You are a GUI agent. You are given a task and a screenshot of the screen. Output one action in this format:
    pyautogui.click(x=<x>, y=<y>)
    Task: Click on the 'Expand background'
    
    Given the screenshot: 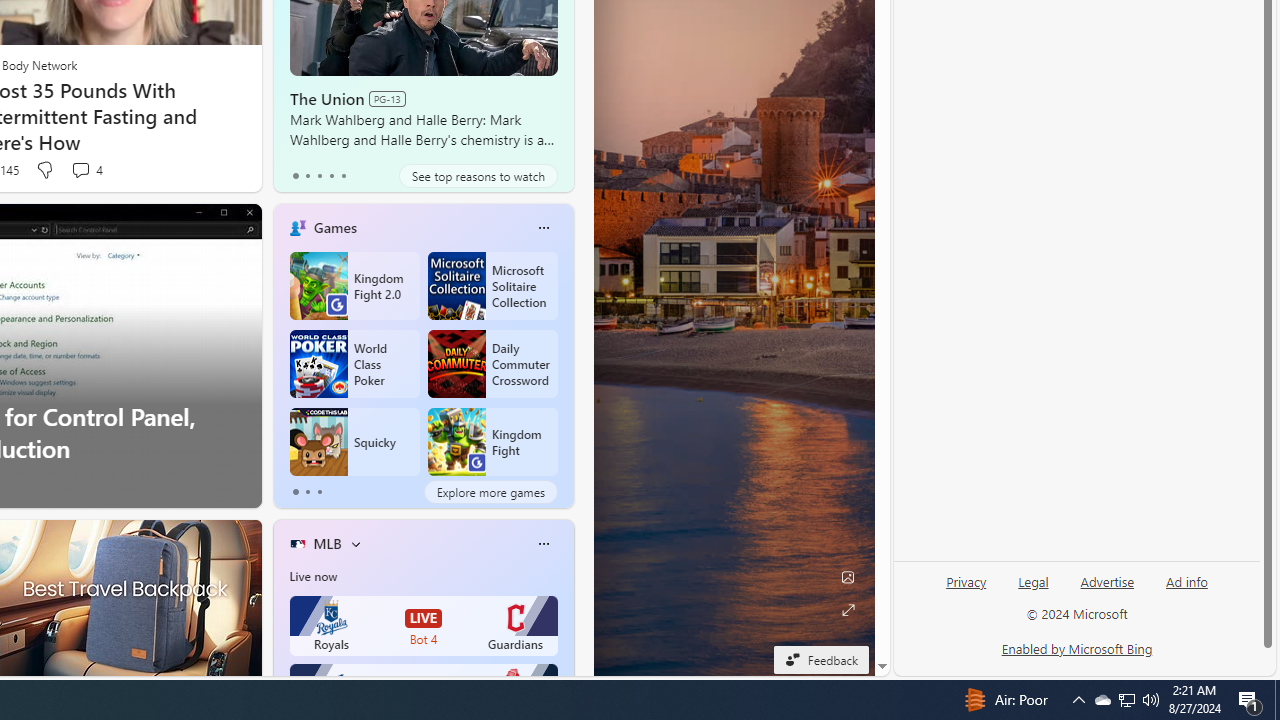 What is the action you would take?
    pyautogui.click(x=848, y=609)
    